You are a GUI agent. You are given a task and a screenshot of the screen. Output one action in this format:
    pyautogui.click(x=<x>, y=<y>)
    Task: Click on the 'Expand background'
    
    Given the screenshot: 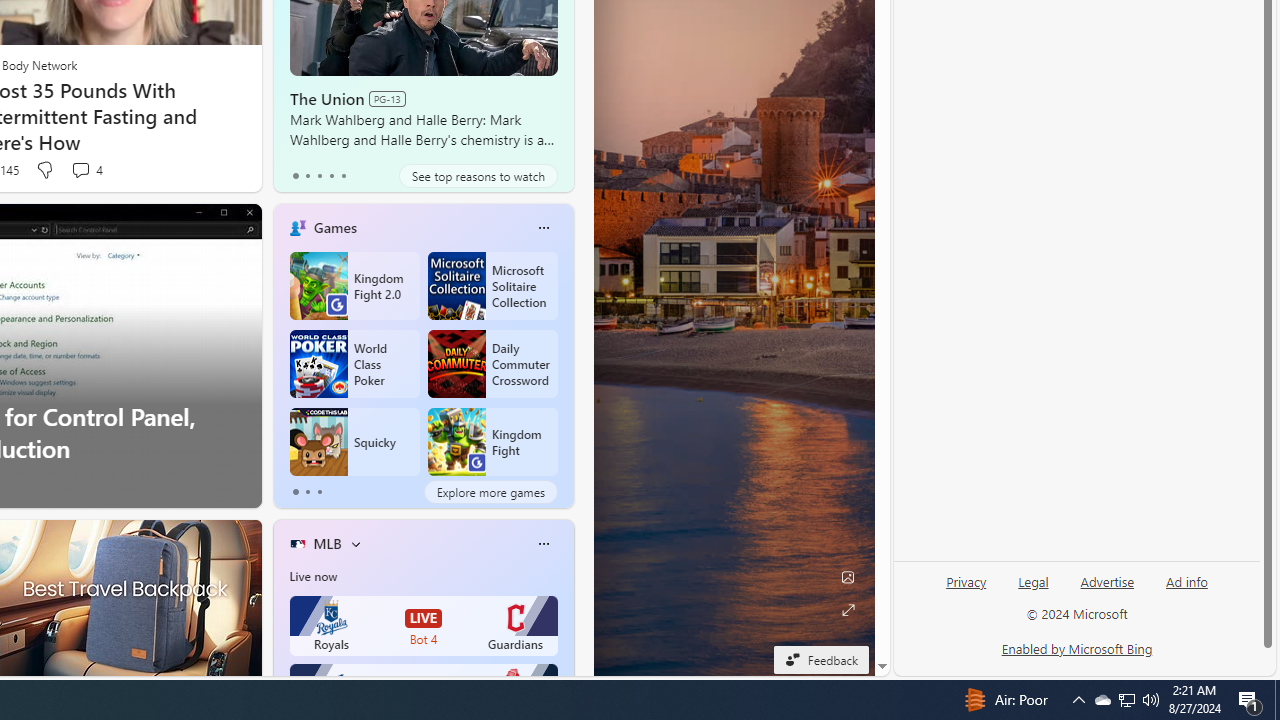 What is the action you would take?
    pyautogui.click(x=848, y=609)
    